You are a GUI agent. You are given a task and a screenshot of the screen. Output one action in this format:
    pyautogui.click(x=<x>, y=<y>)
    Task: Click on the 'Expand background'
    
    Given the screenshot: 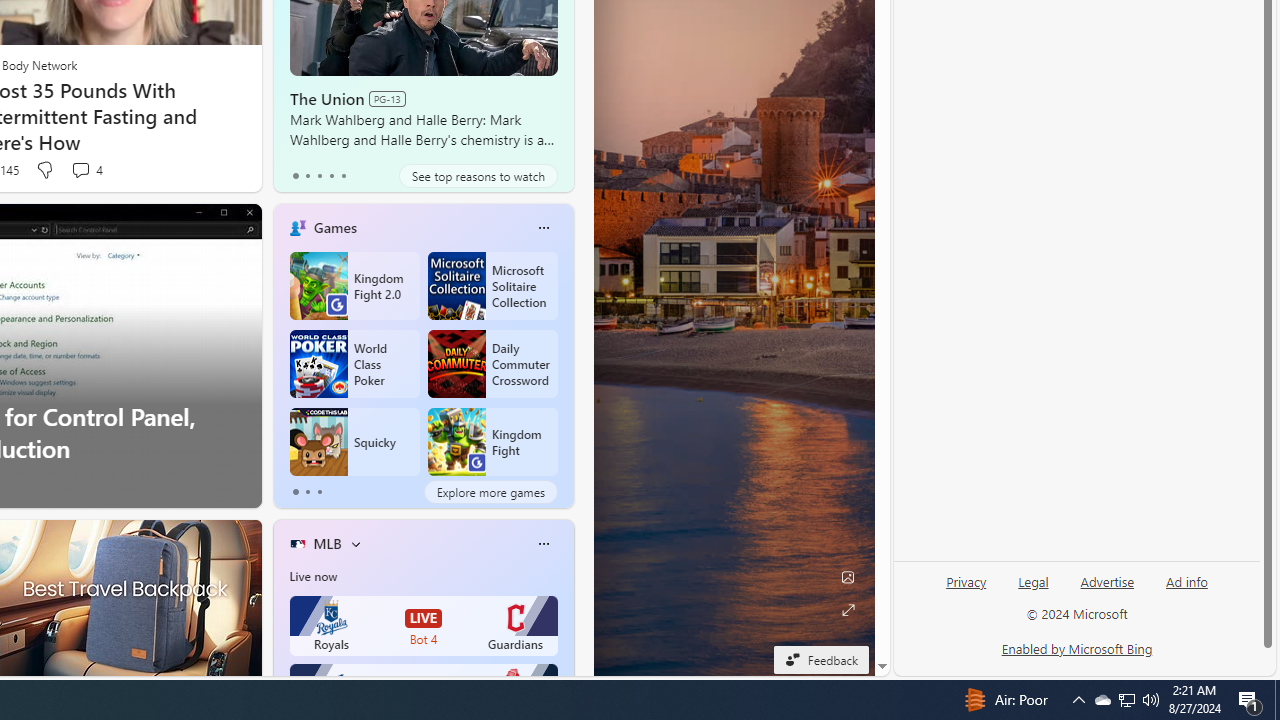 What is the action you would take?
    pyautogui.click(x=848, y=609)
    